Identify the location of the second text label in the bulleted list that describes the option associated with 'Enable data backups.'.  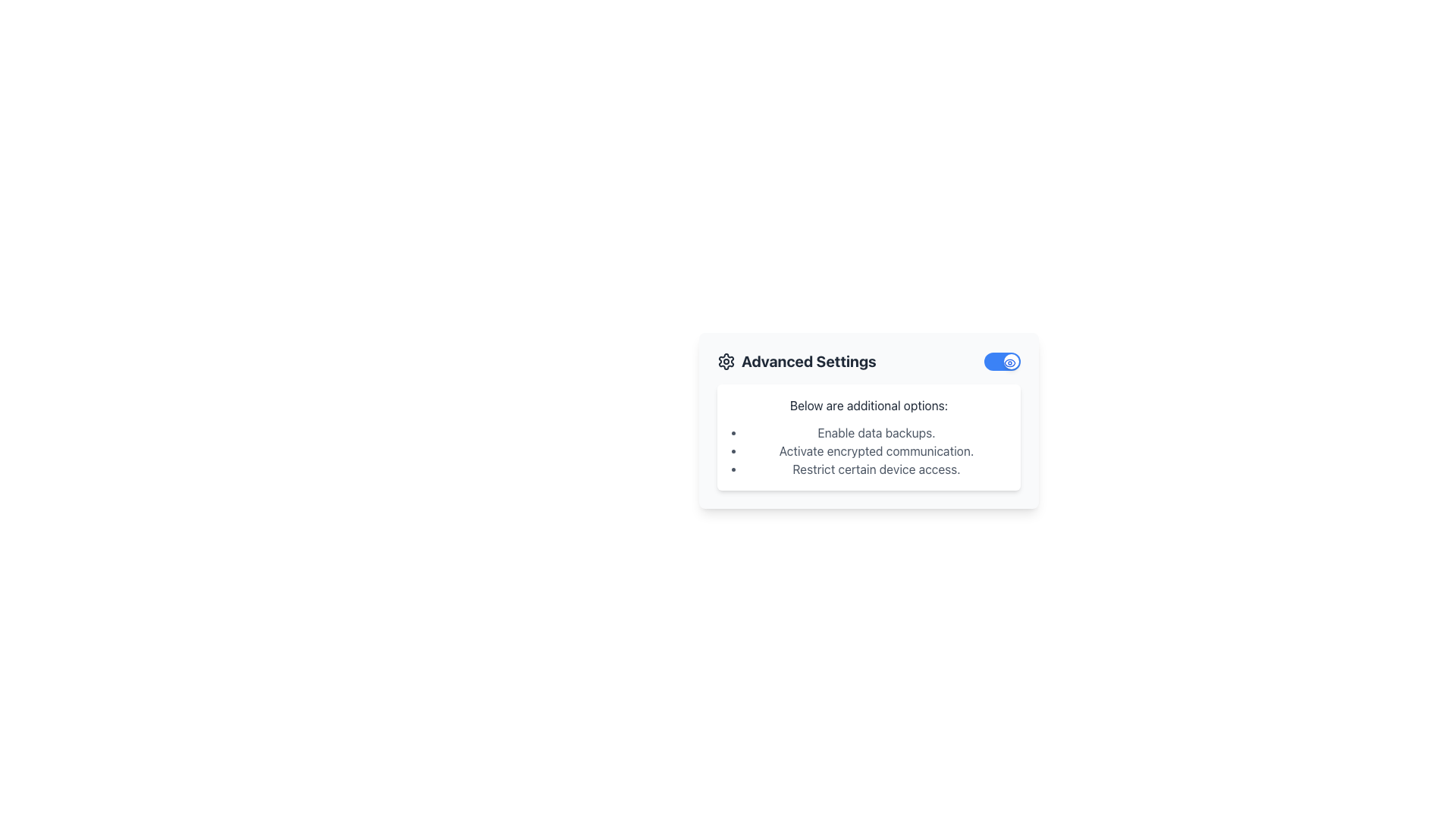
(877, 450).